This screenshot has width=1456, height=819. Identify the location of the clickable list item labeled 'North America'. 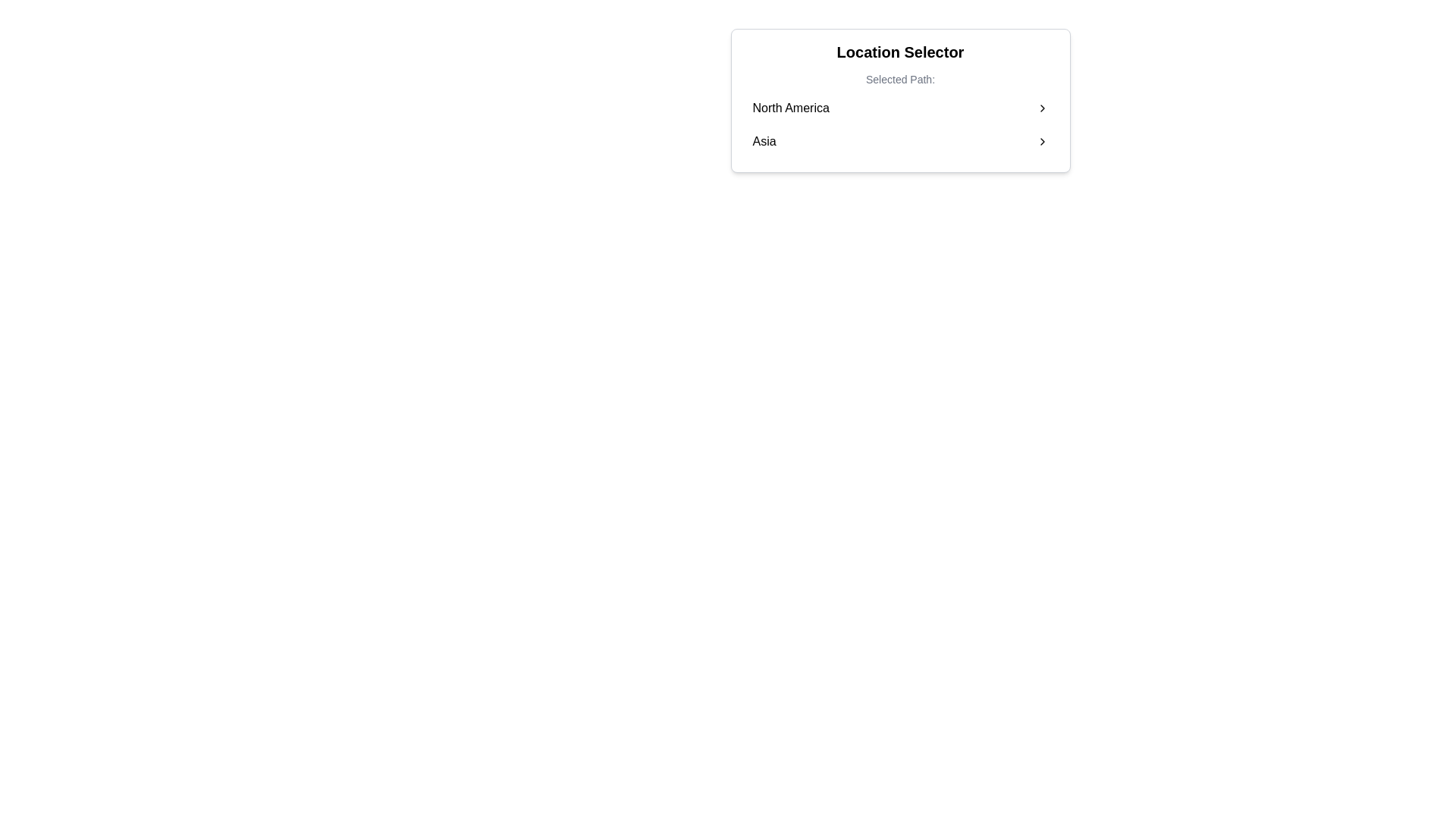
(900, 107).